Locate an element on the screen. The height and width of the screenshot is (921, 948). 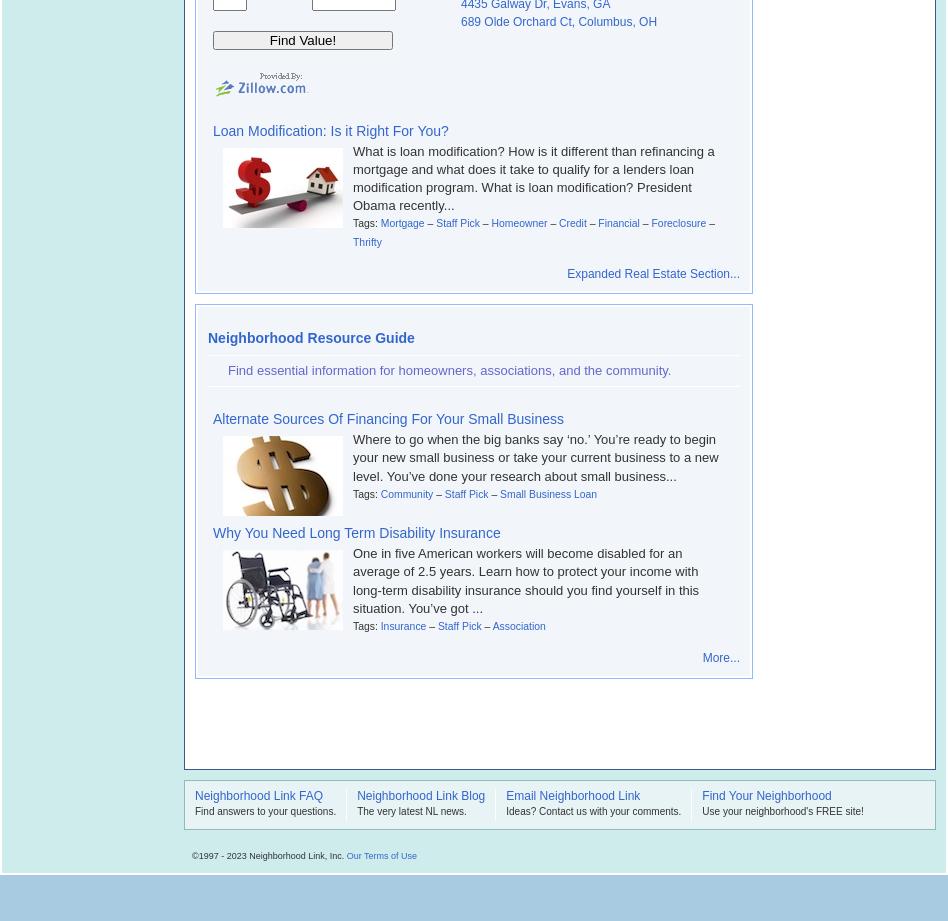
'Insurance' is located at coordinates (401, 625).